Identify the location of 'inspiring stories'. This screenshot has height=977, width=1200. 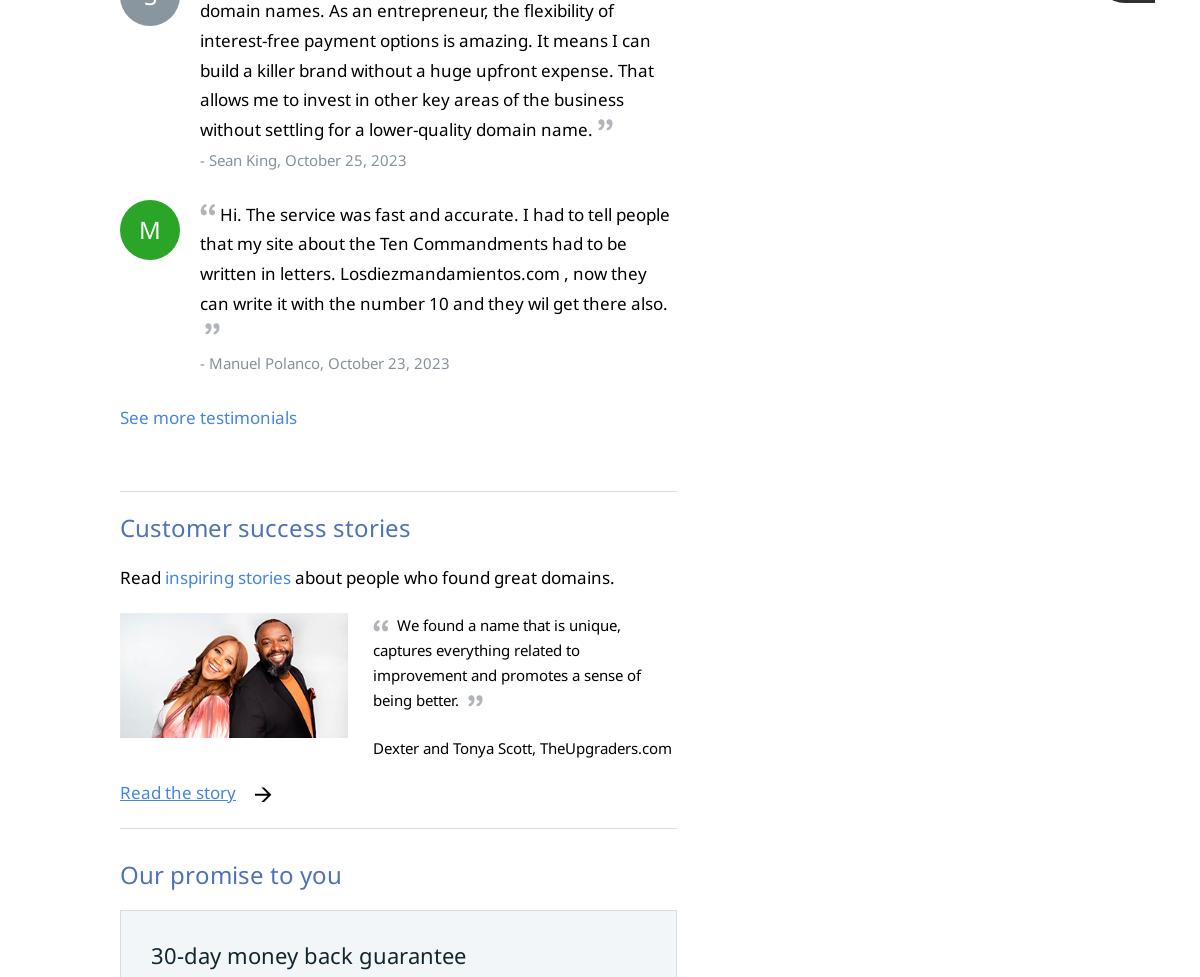
(164, 576).